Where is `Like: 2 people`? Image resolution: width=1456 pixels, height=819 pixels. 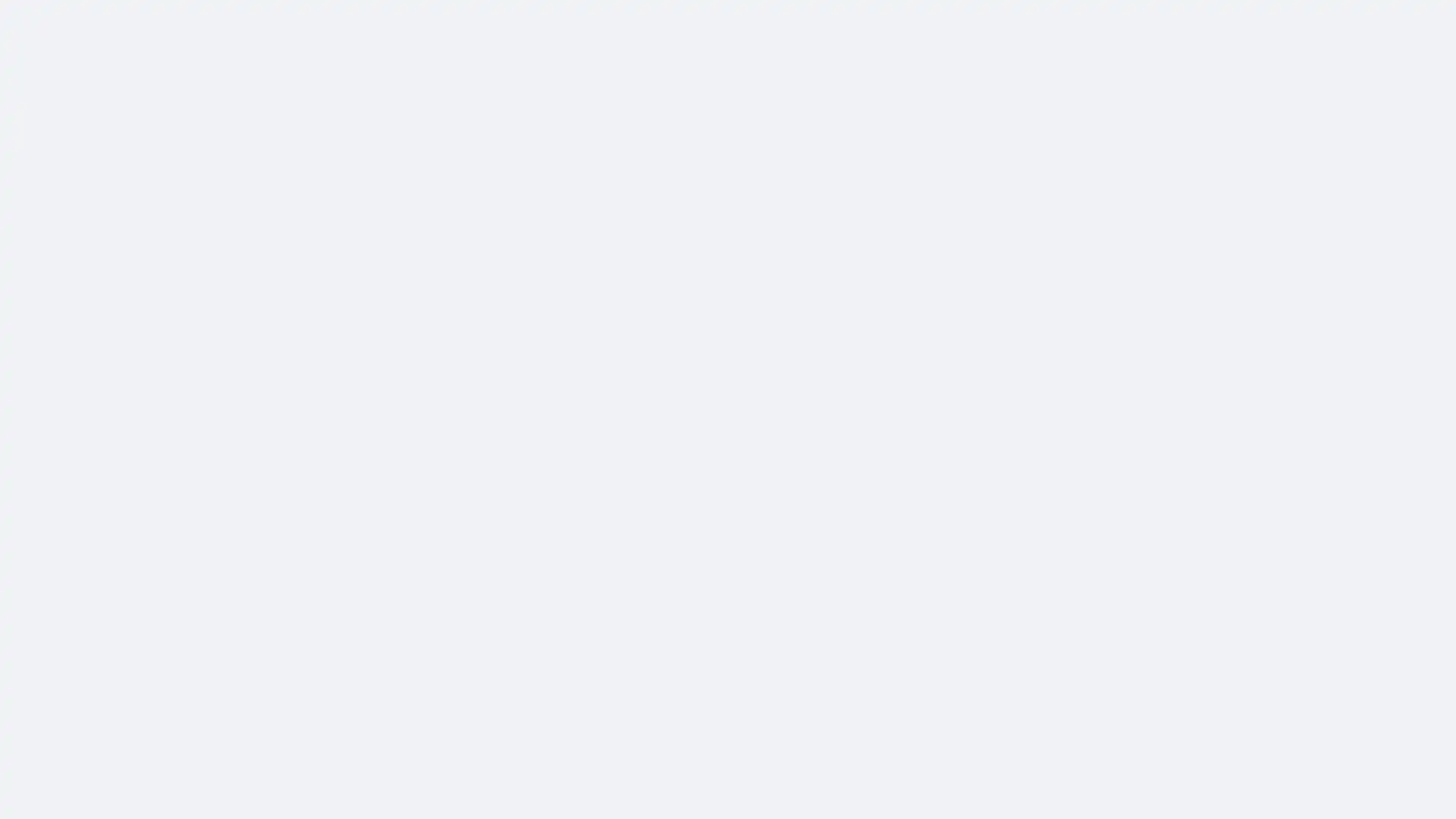 Like: 2 people is located at coordinates (701, 764).